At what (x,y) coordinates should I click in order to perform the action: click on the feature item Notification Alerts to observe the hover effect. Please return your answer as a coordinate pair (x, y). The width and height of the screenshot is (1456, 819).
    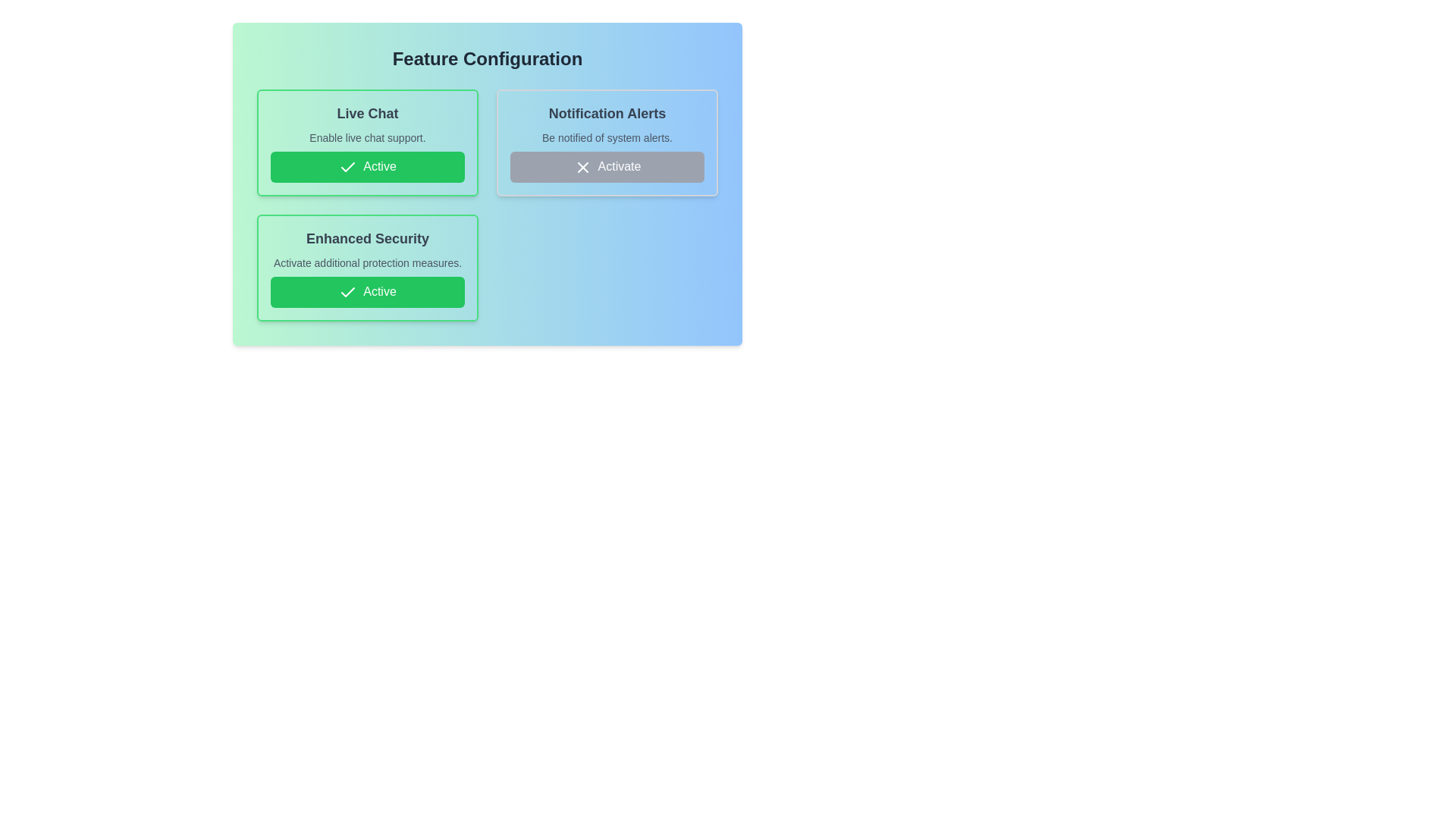
    Looking at the image, I should click on (607, 143).